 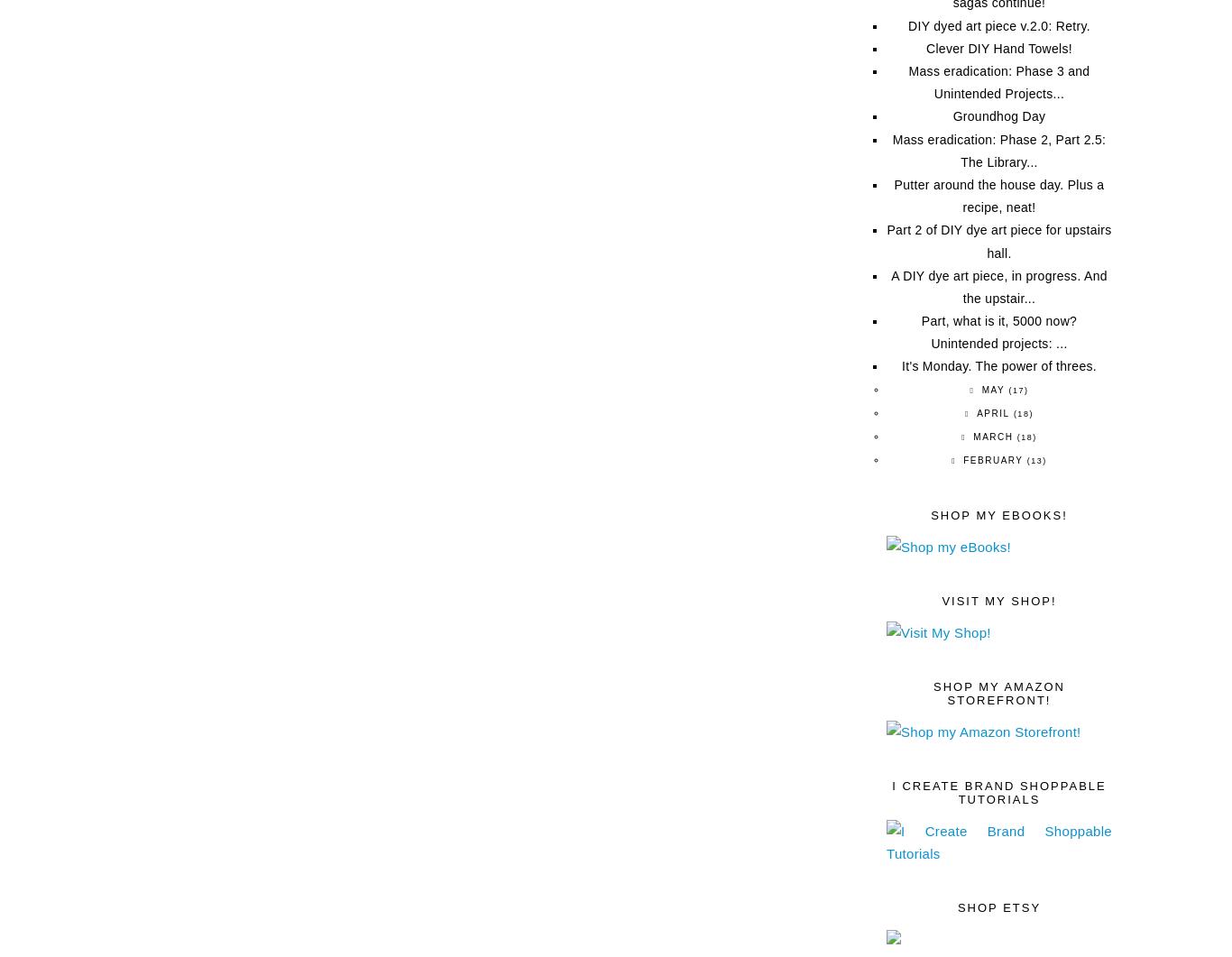 What do you see at coordinates (998, 599) in the screenshot?
I see `'Visit My Shop!'` at bounding box center [998, 599].